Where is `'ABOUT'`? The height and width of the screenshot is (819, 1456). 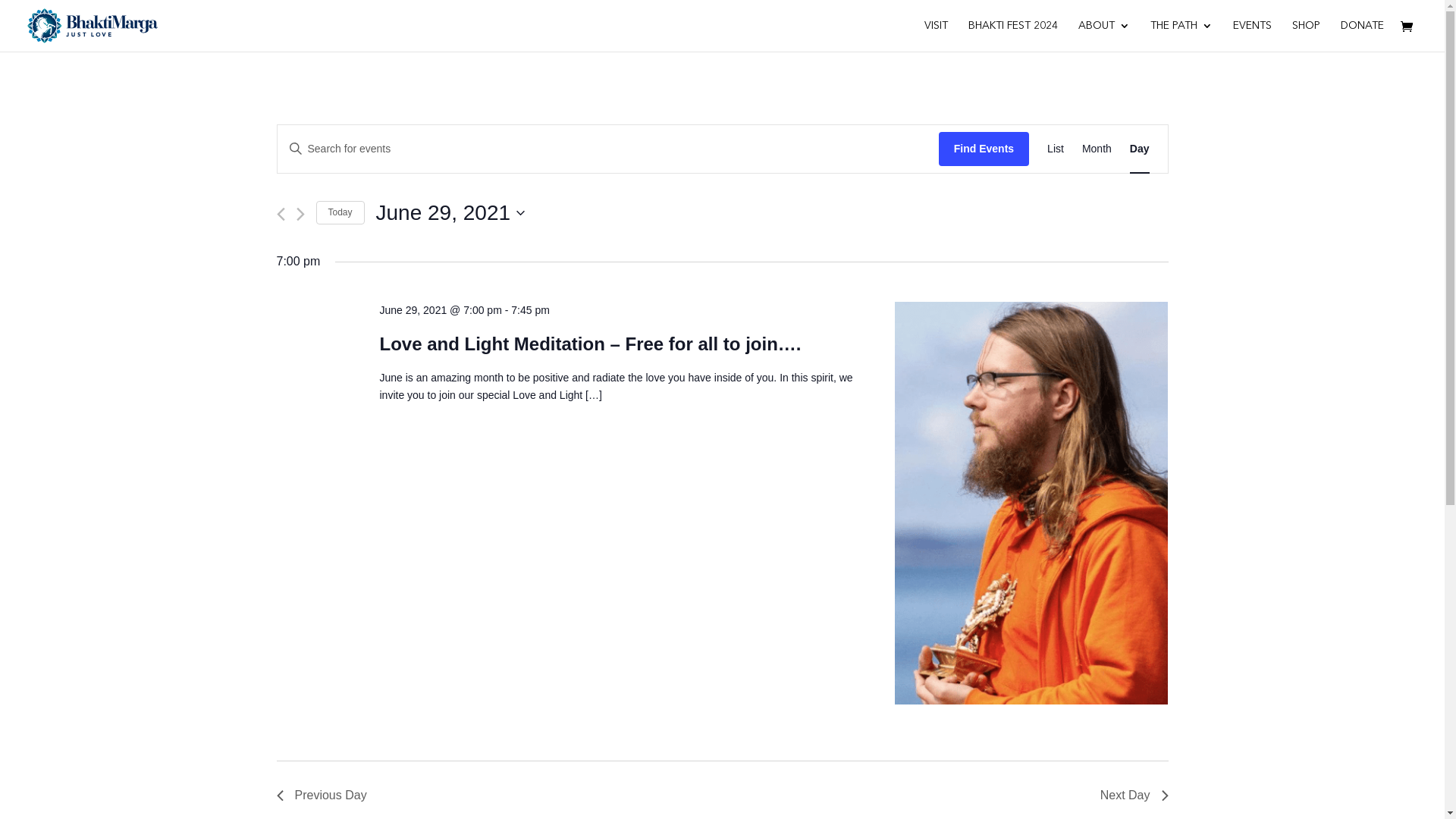 'ABOUT' is located at coordinates (1103, 35).